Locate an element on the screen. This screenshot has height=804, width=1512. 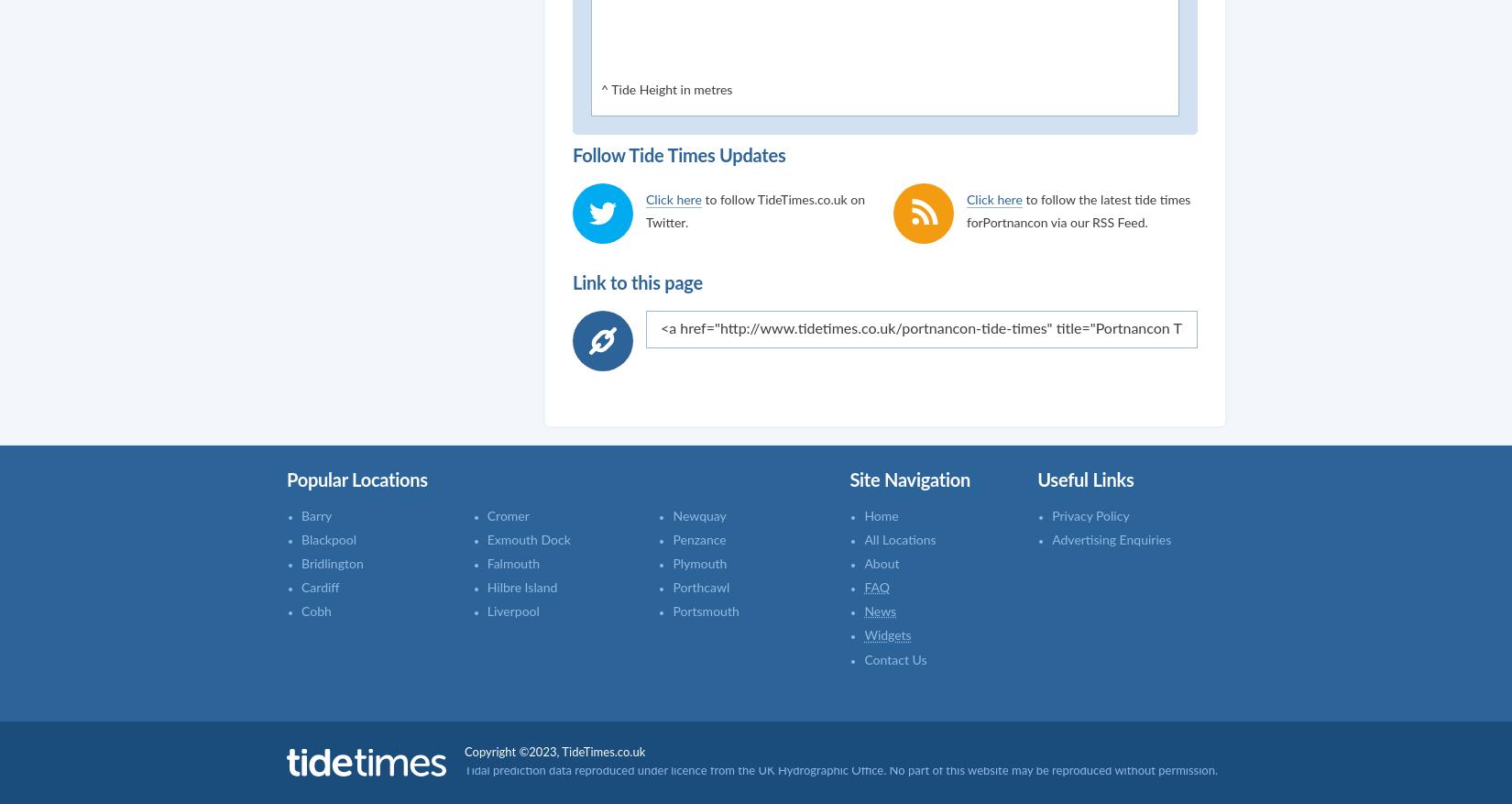
'Penzance' is located at coordinates (697, 538).